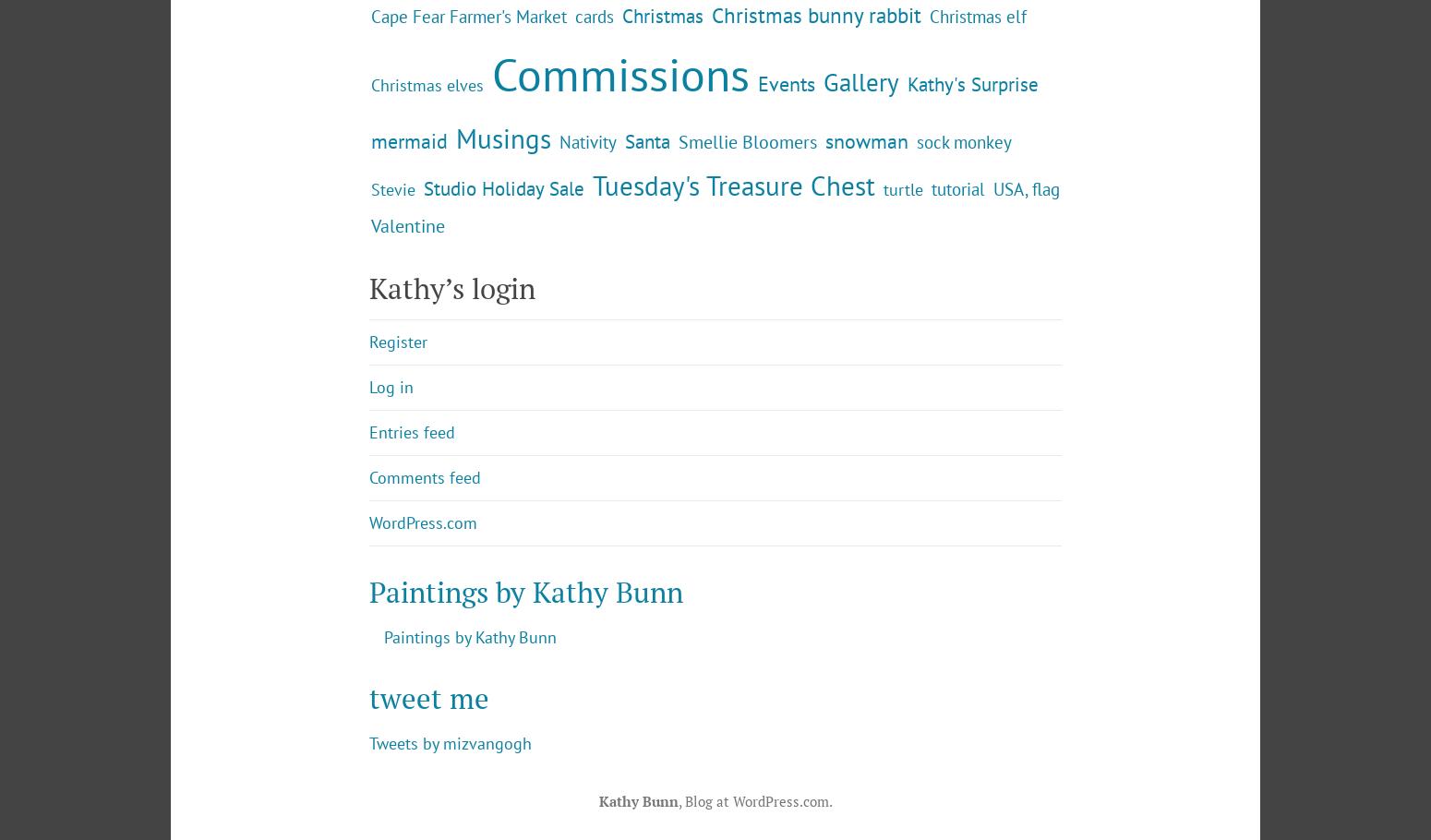 This screenshot has width=1431, height=840. I want to click on 'Events', so click(786, 234).